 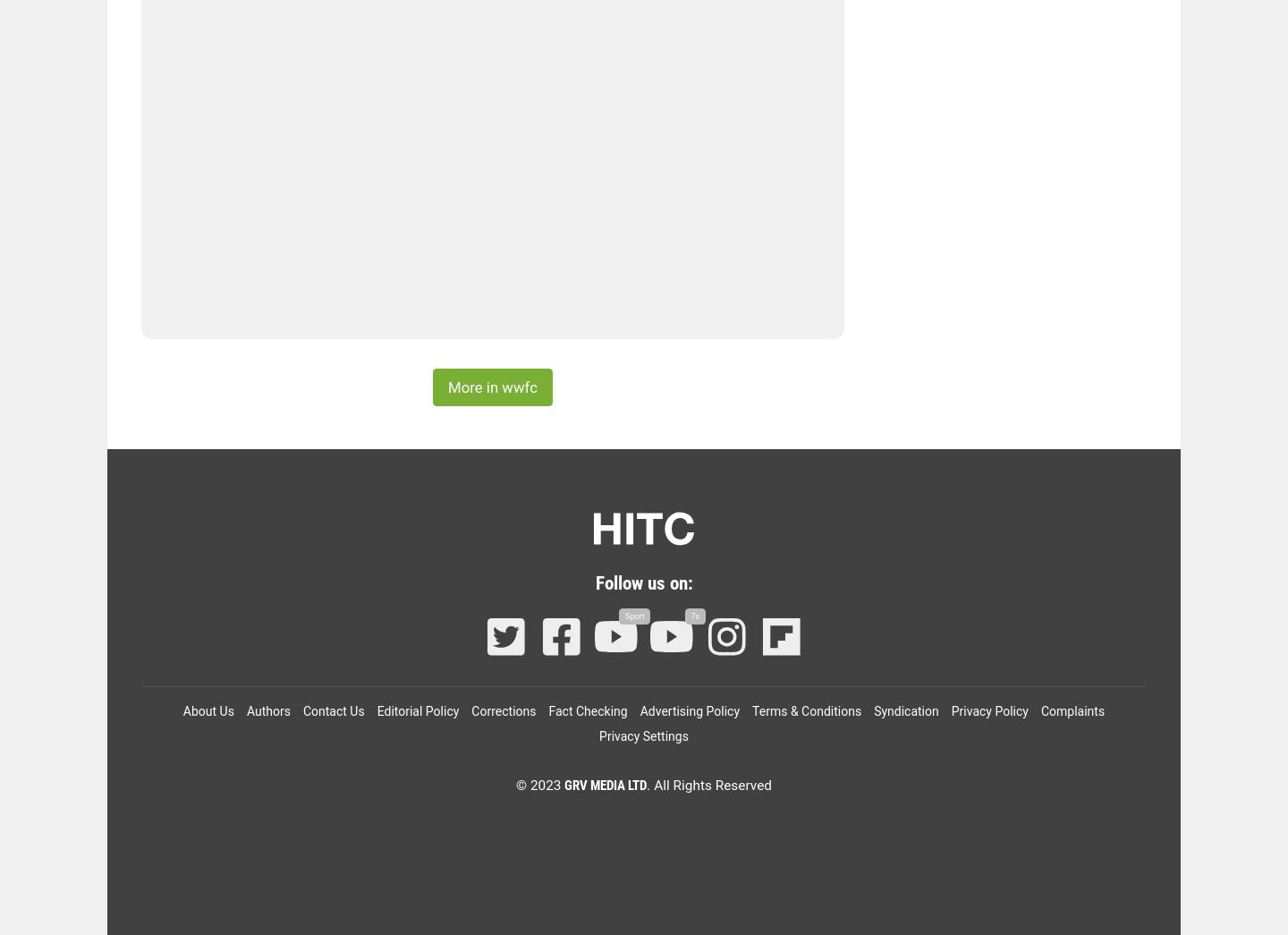 I want to click on 'Follow us on:', so click(x=643, y=582).